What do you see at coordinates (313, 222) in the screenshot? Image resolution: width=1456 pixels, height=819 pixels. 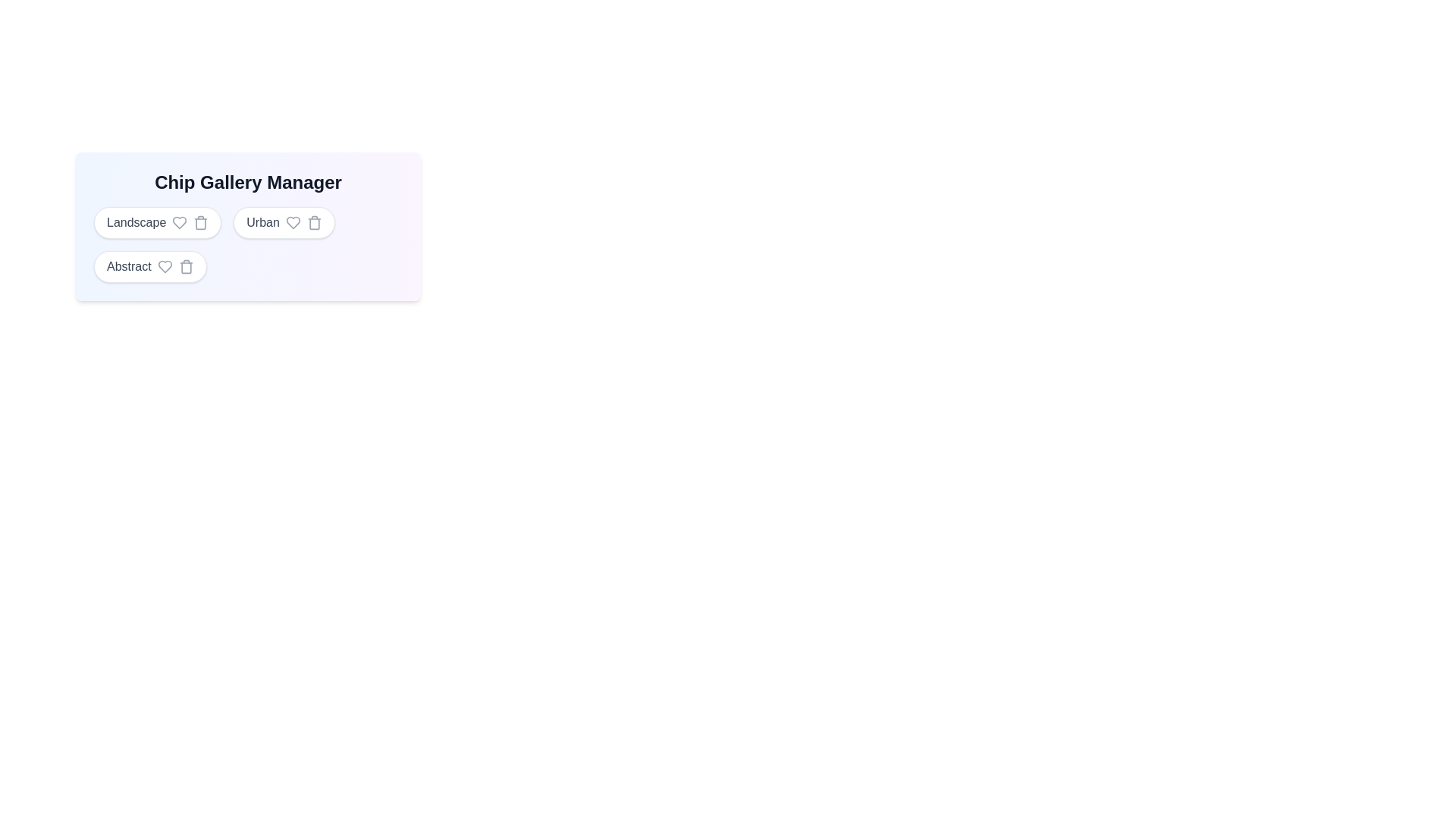 I see `the trash icon next to the chip labeled Urban` at bounding box center [313, 222].